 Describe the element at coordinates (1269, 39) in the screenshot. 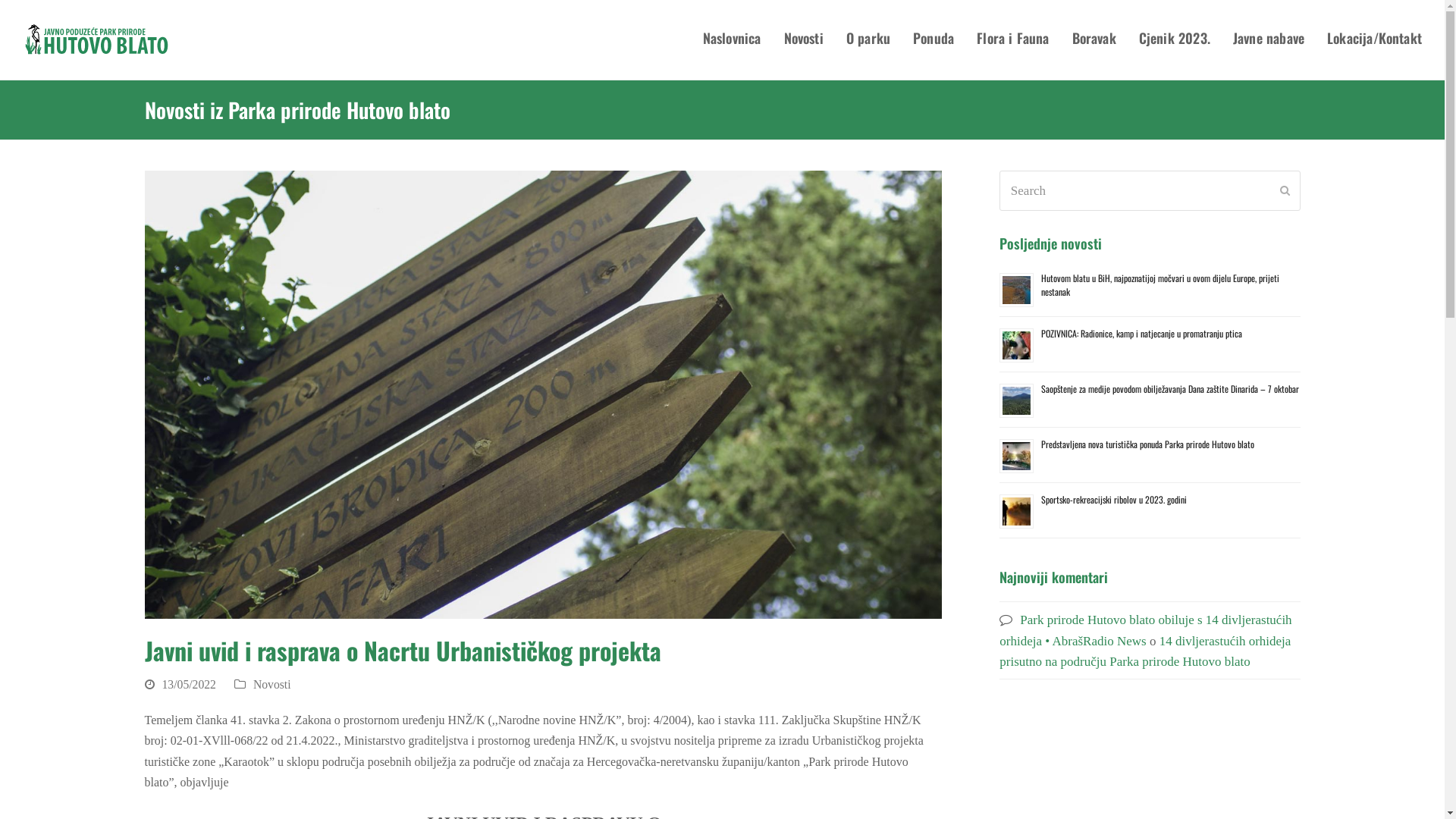

I see `'Javne nabave'` at that location.